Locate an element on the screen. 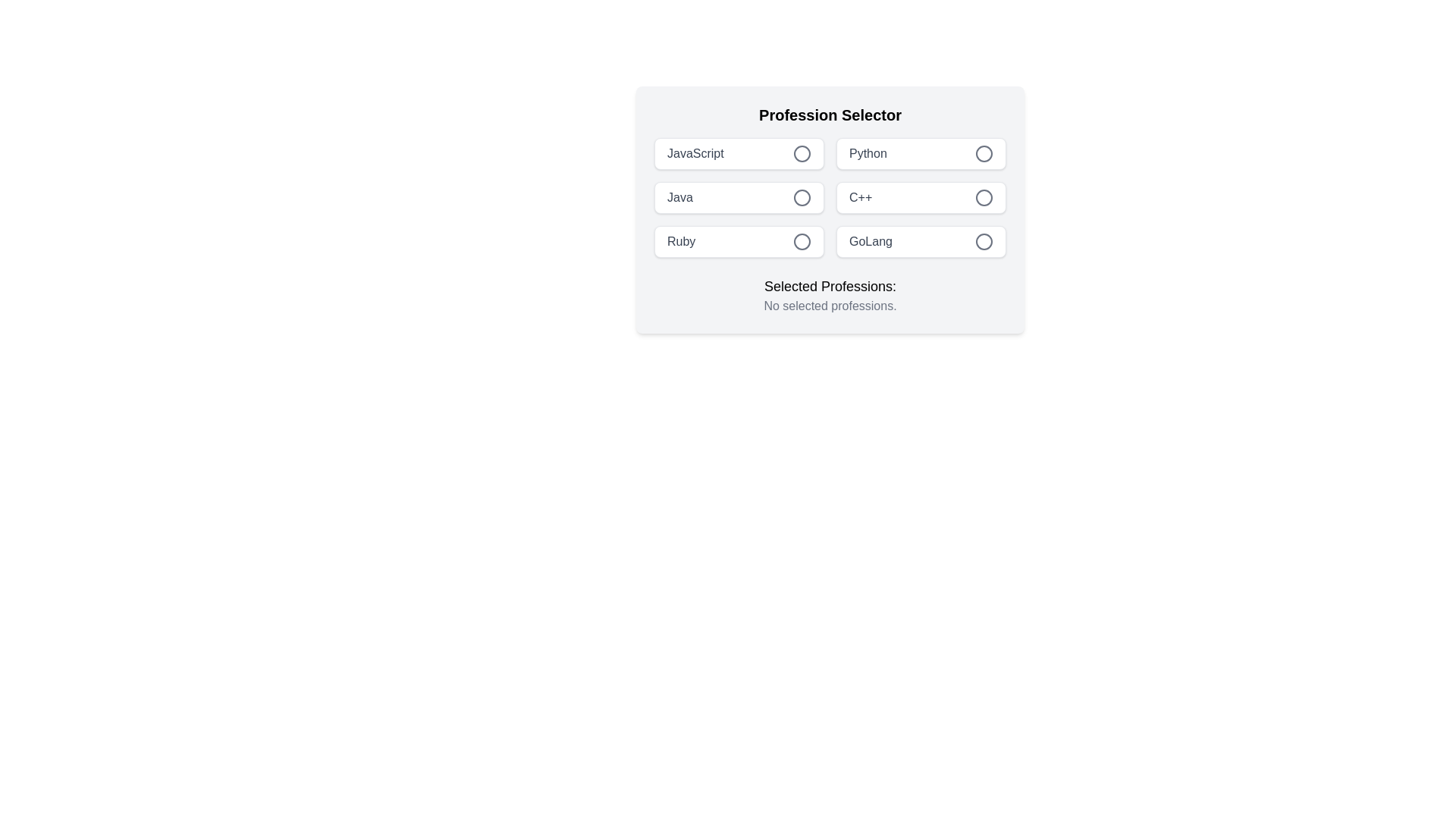  the radio button (circle icon in SVG format) is located at coordinates (984, 241).